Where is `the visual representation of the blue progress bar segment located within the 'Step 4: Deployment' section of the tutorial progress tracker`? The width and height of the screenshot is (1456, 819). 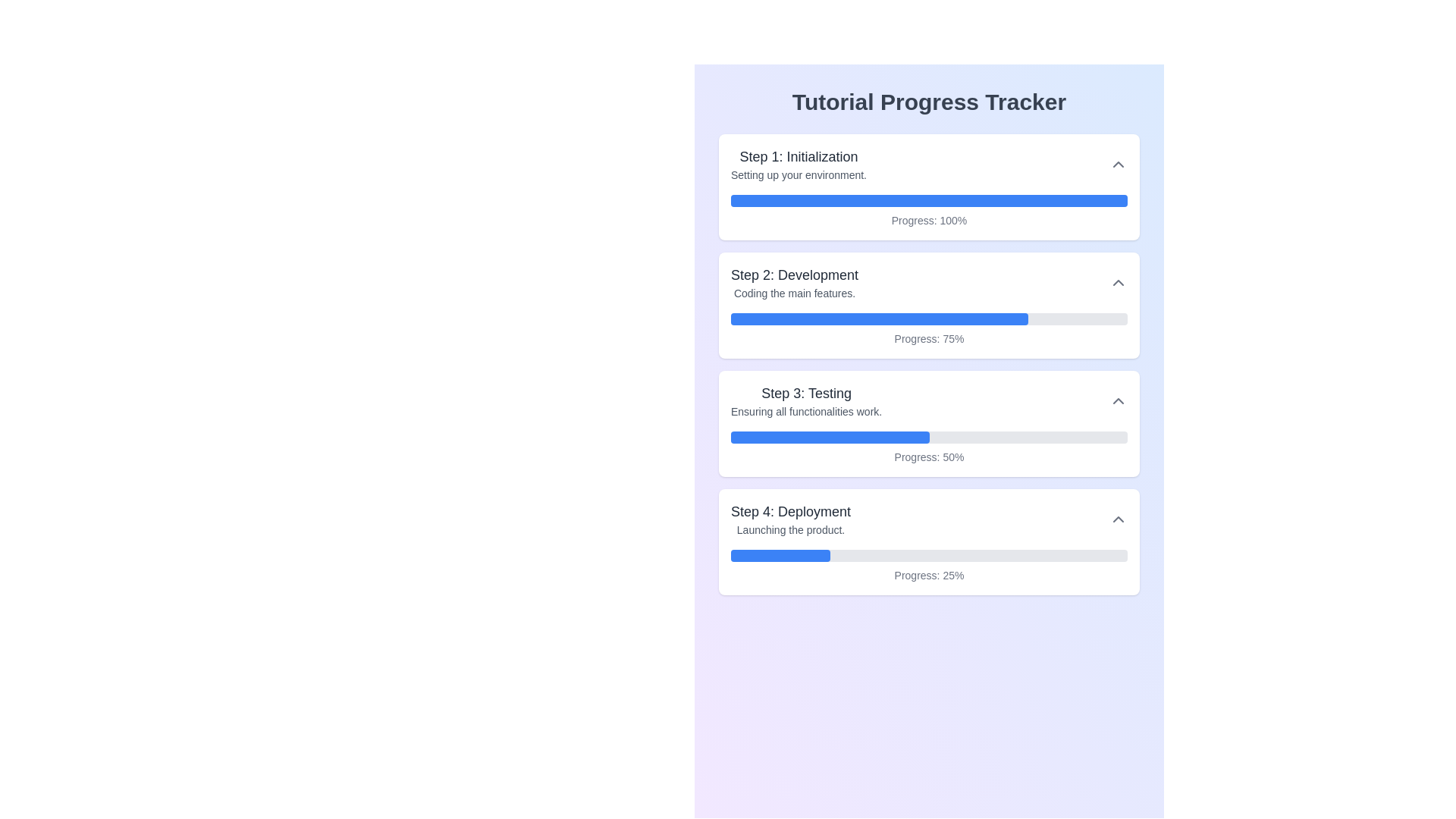 the visual representation of the blue progress bar segment located within the 'Step 4: Deployment' section of the tutorial progress tracker is located at coordinates (780, 555).